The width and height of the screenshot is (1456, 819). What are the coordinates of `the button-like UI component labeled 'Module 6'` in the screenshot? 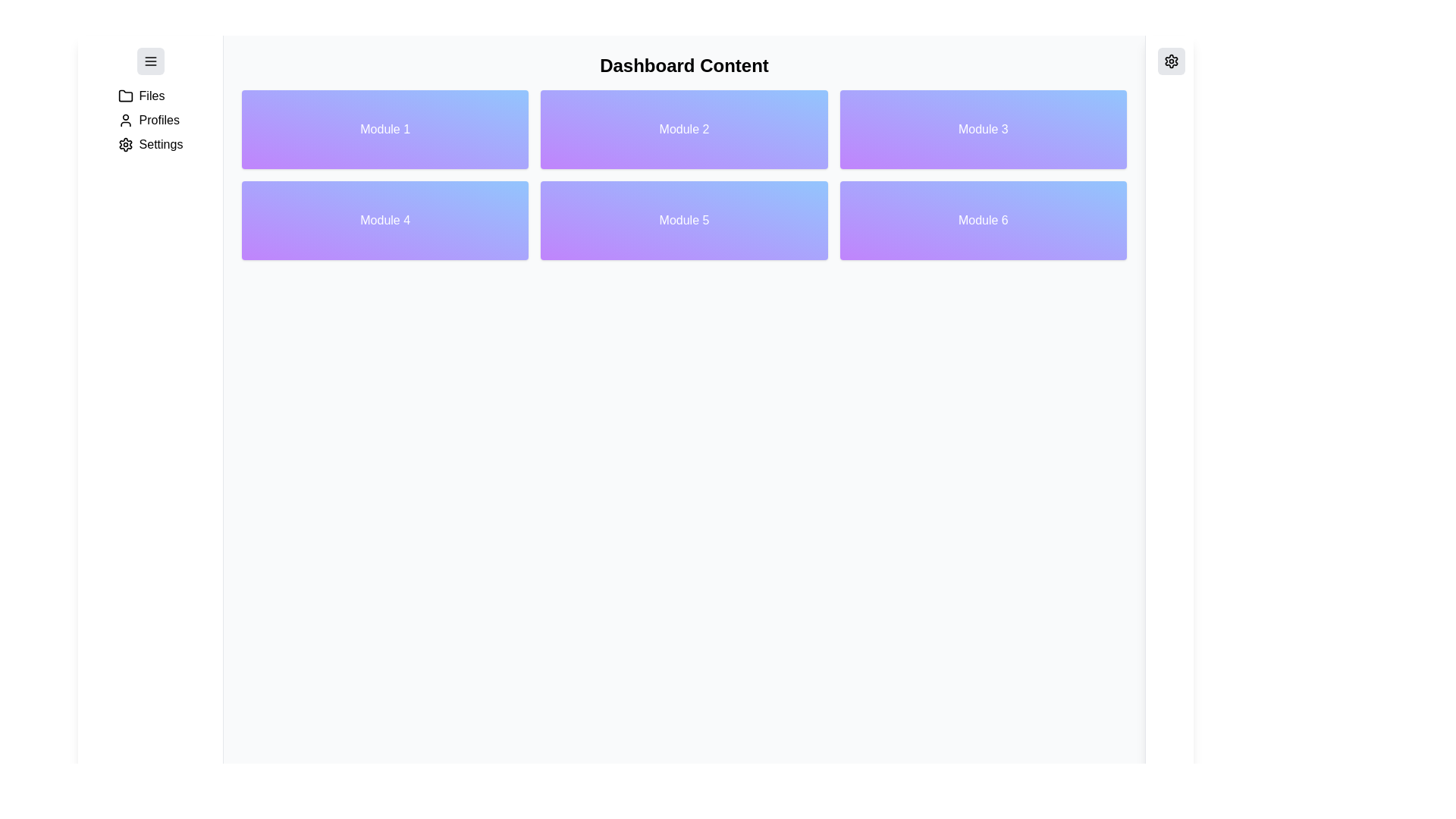 It's located at (983, 220).